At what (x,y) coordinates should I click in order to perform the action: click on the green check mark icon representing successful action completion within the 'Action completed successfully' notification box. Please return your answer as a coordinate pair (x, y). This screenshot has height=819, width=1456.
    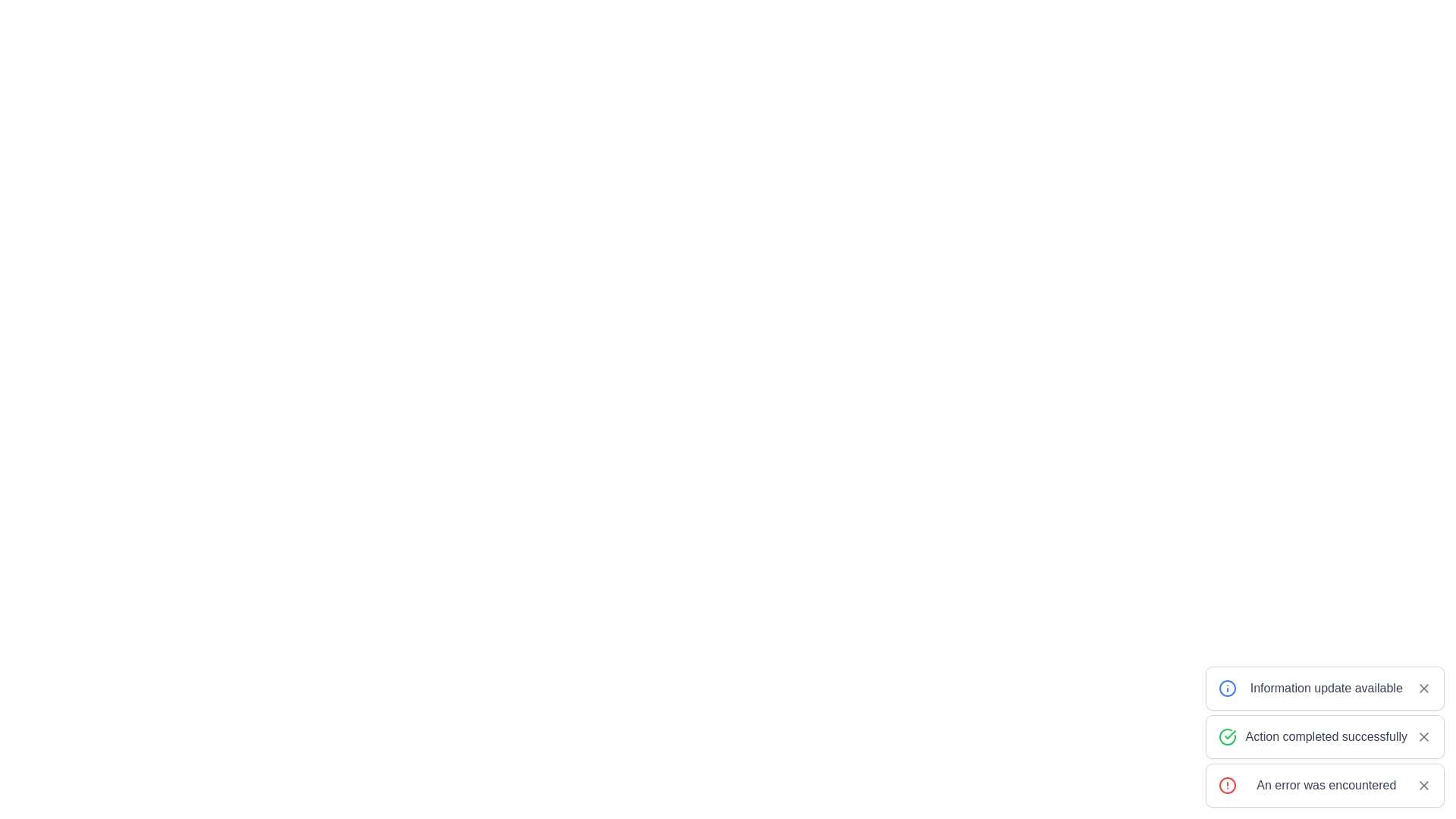
    Looking at the image, I should click on (1230, 733).